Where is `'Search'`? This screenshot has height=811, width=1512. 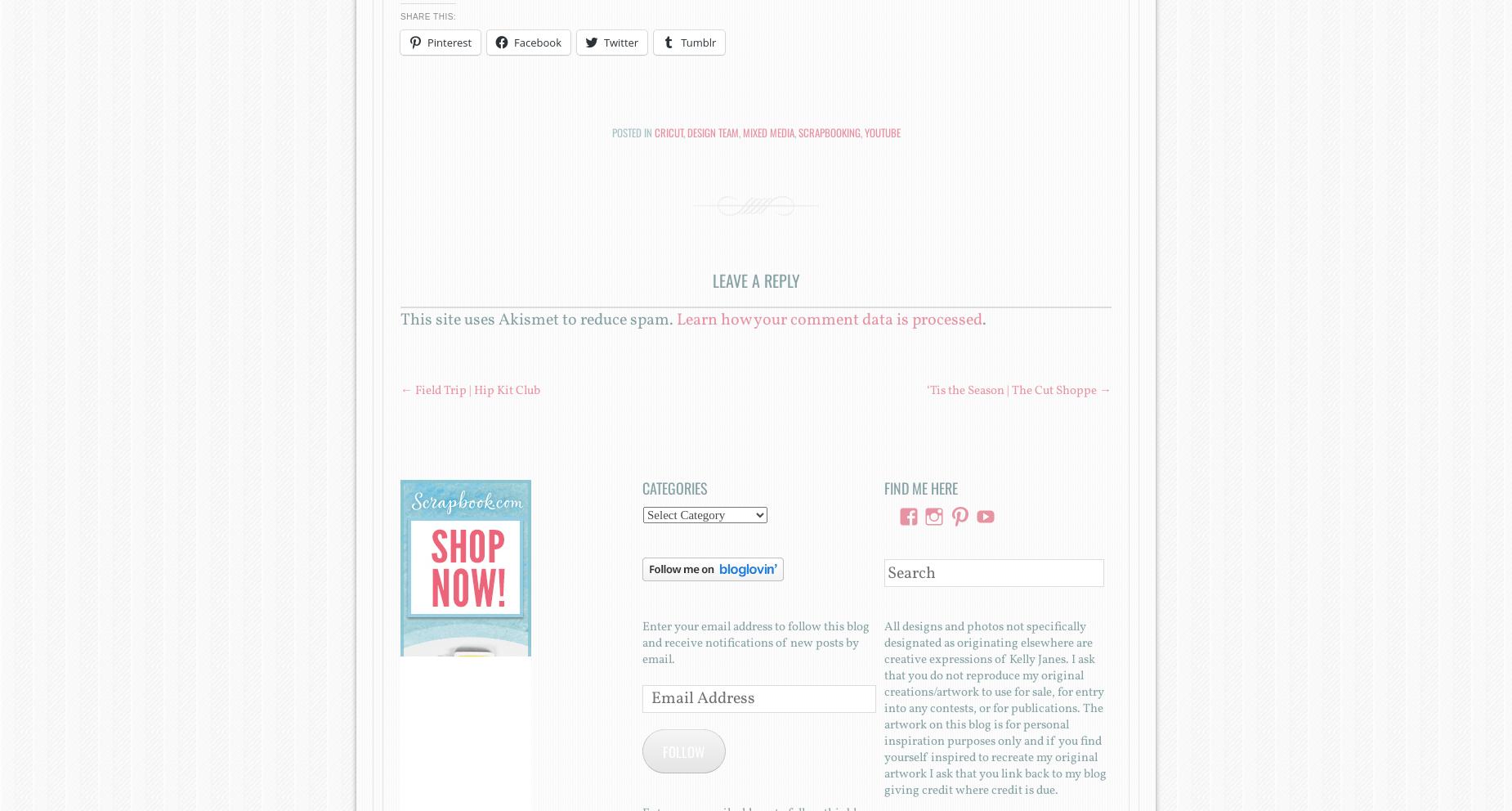 'Search' is located at coordinates (900, 572).